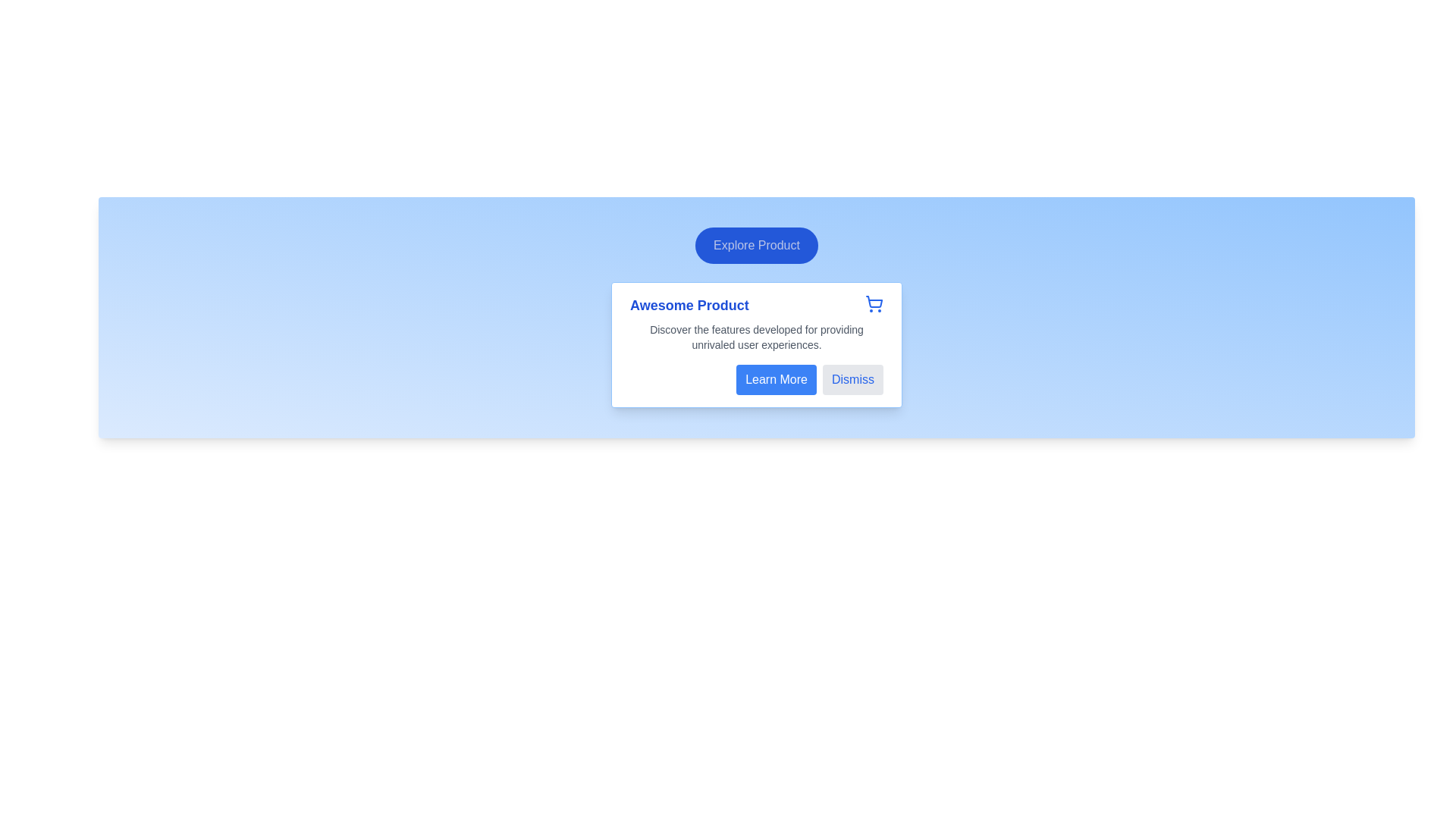 The width and height of the screenshot is (1456, 819). Describe the element at coordinates (757, 379) in the screenshot. I see `the horizontal button group located at the bottom-right of the white card box` at that location.